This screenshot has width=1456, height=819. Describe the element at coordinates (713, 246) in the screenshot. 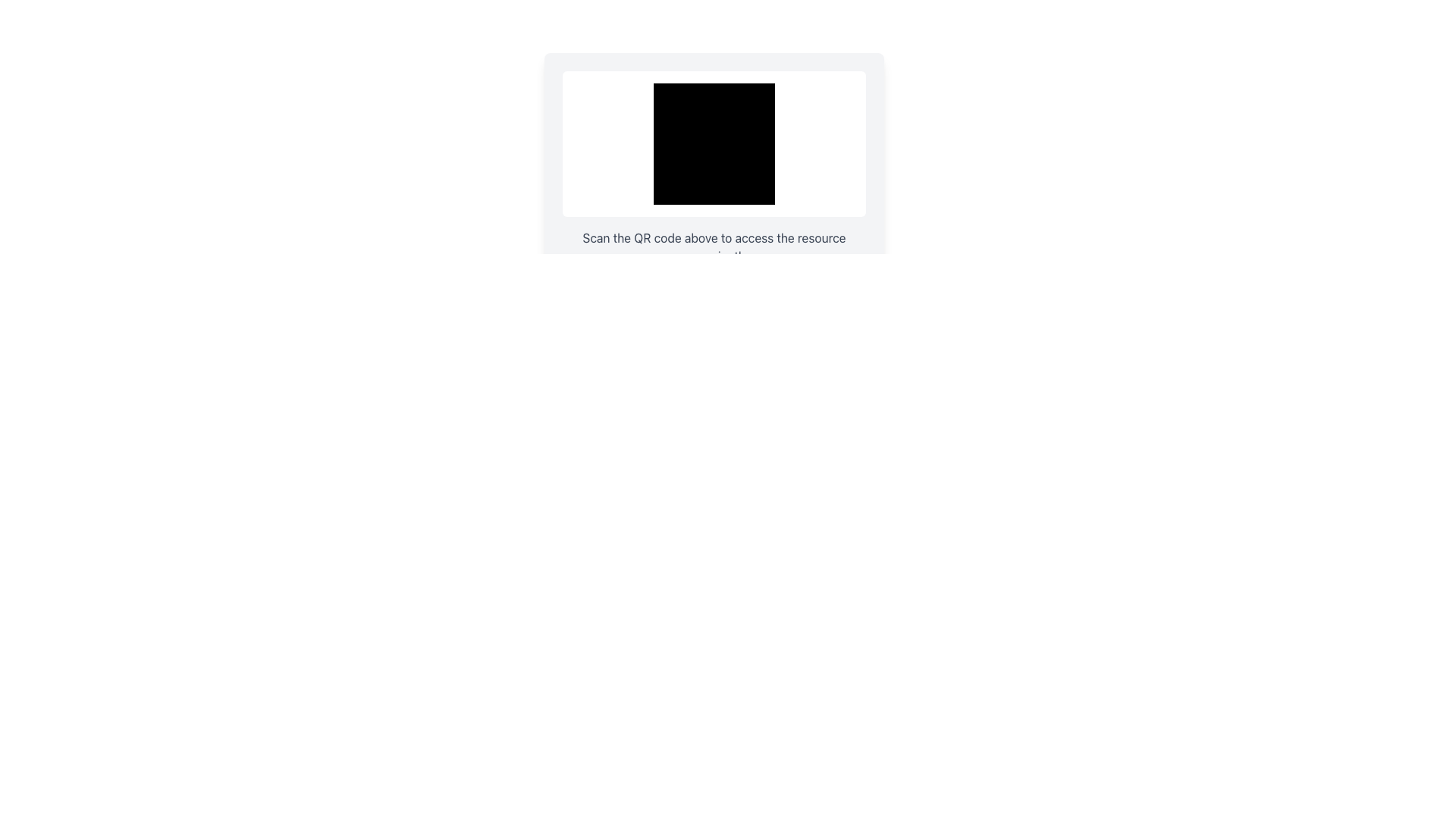

I see `instruction provided by the static text label located below the QR code and above the 'Copy Link' button` at that location.